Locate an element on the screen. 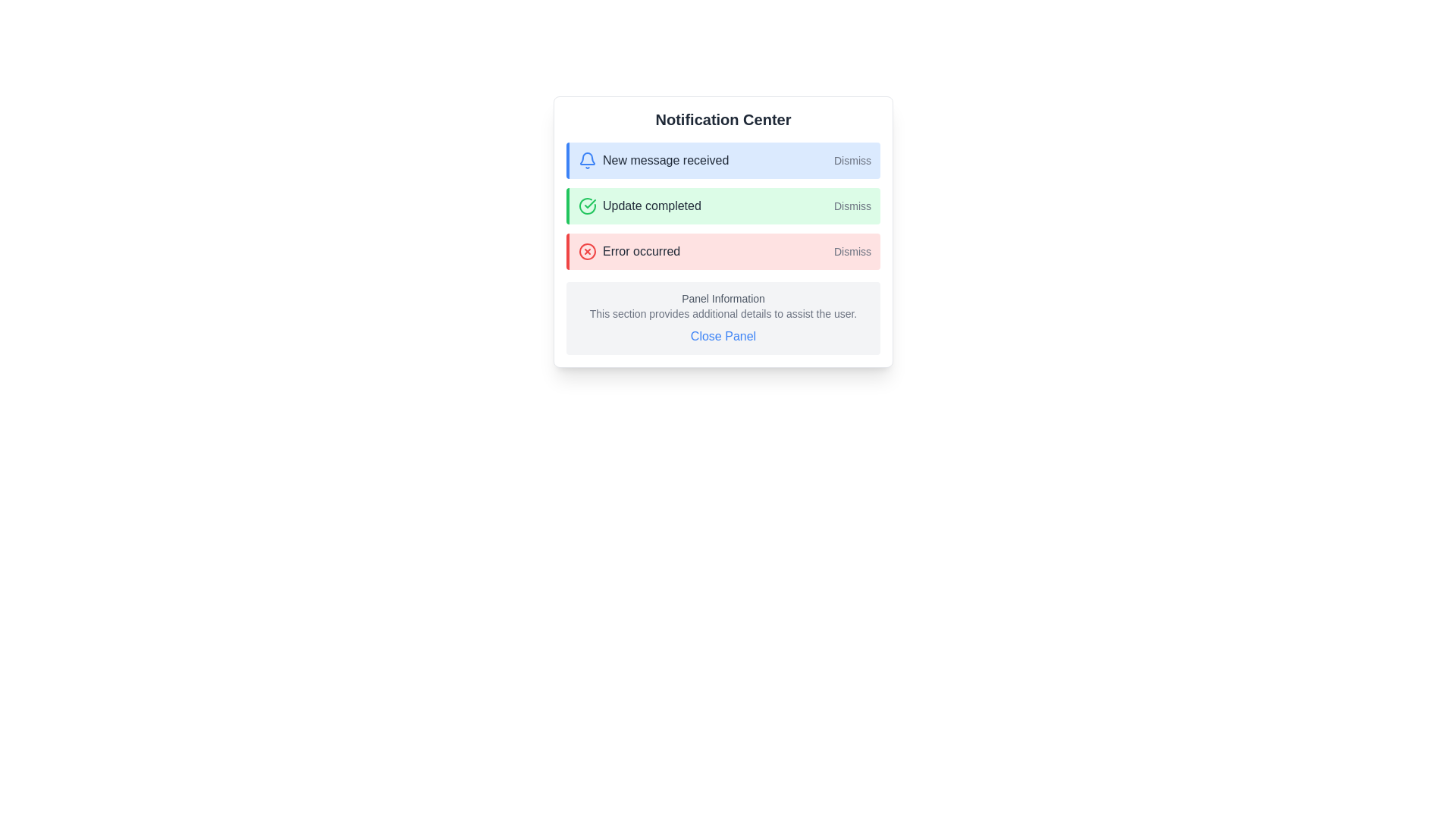  the Text Label that reads 'This section provides additional details to assist the user.' within the 'Panel Information' section to possibly reveal tooltips or additional actions is located at coordinates (723, 312).